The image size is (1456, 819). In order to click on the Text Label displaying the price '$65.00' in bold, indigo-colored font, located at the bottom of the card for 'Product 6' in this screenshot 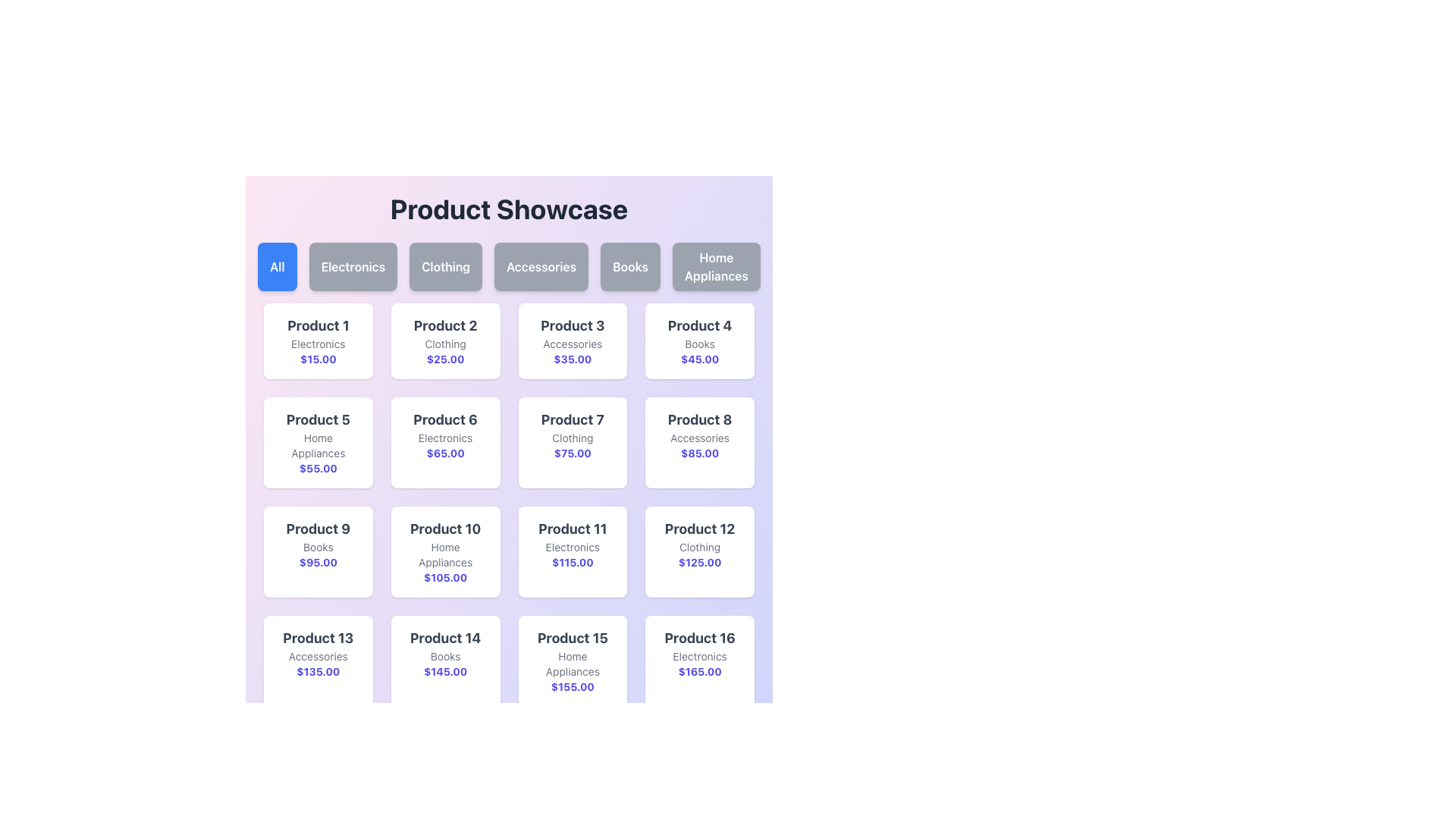, I will do `click(444, 452)`.